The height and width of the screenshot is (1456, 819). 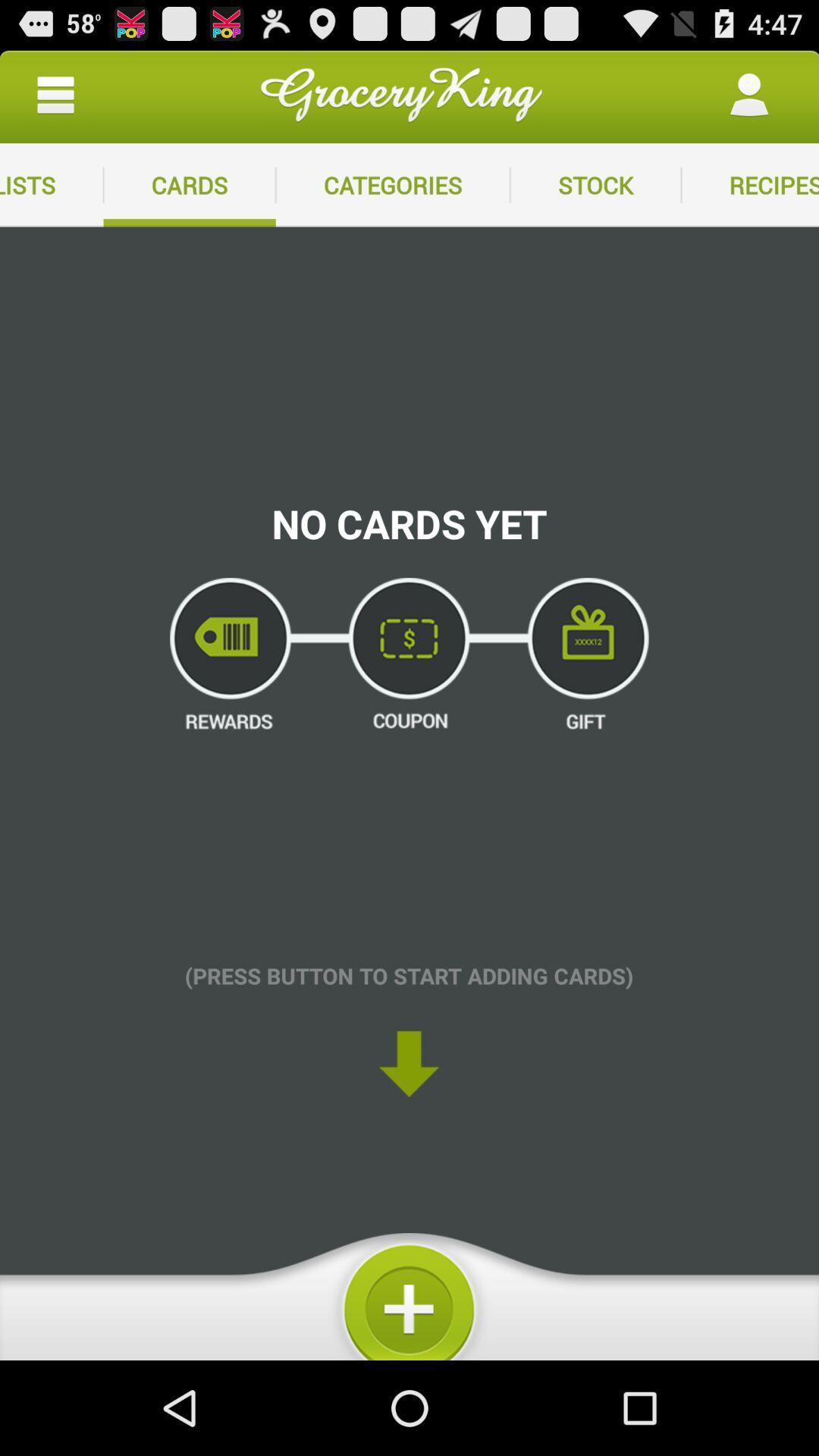 What do you see at coordinates (392, 184) in the screenshot?
I see `the item to the right of the cards app` at bounding box center [392, 184].